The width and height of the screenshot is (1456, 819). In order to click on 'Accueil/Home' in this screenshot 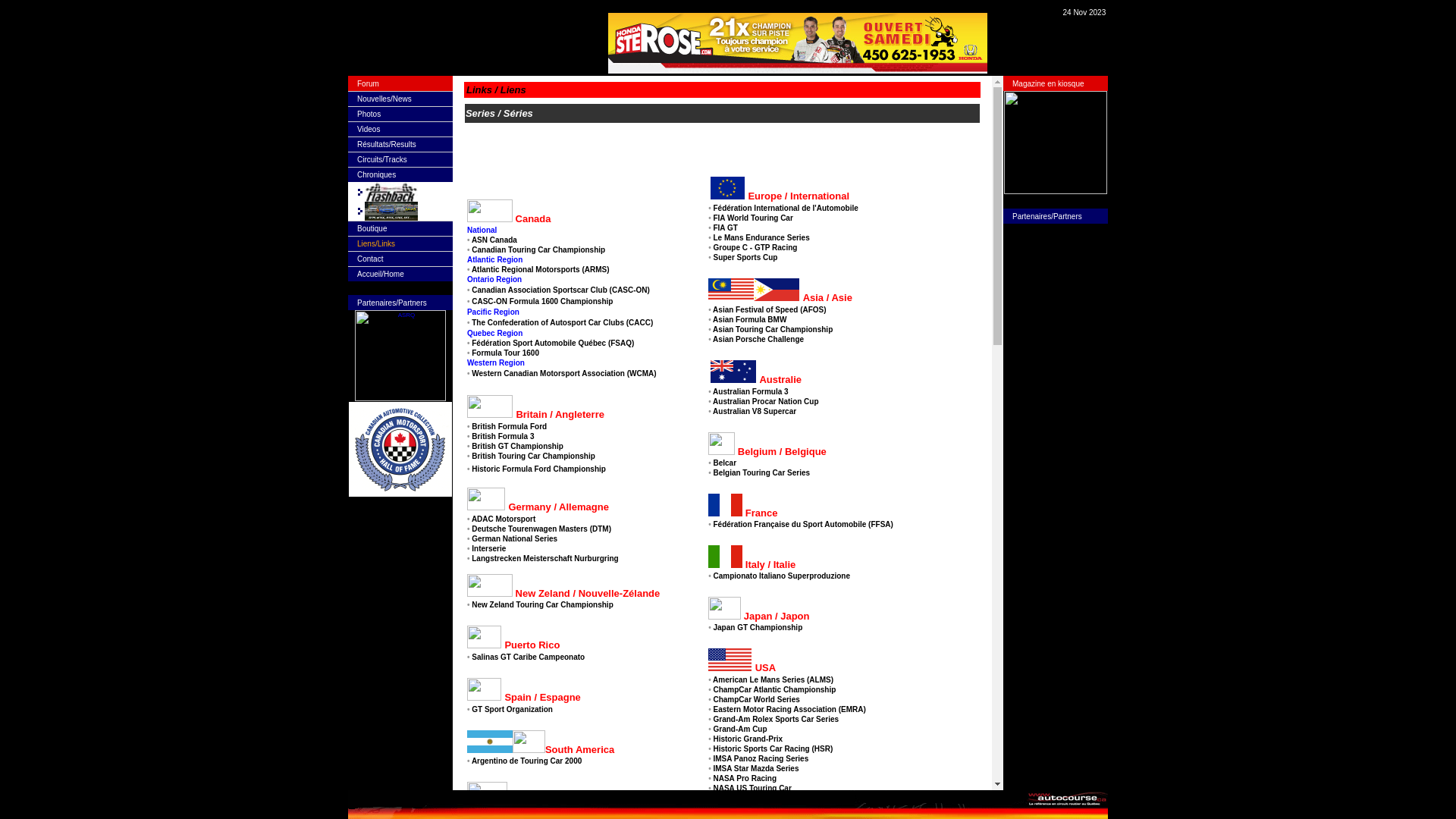, I will do `click(356, 274)`.